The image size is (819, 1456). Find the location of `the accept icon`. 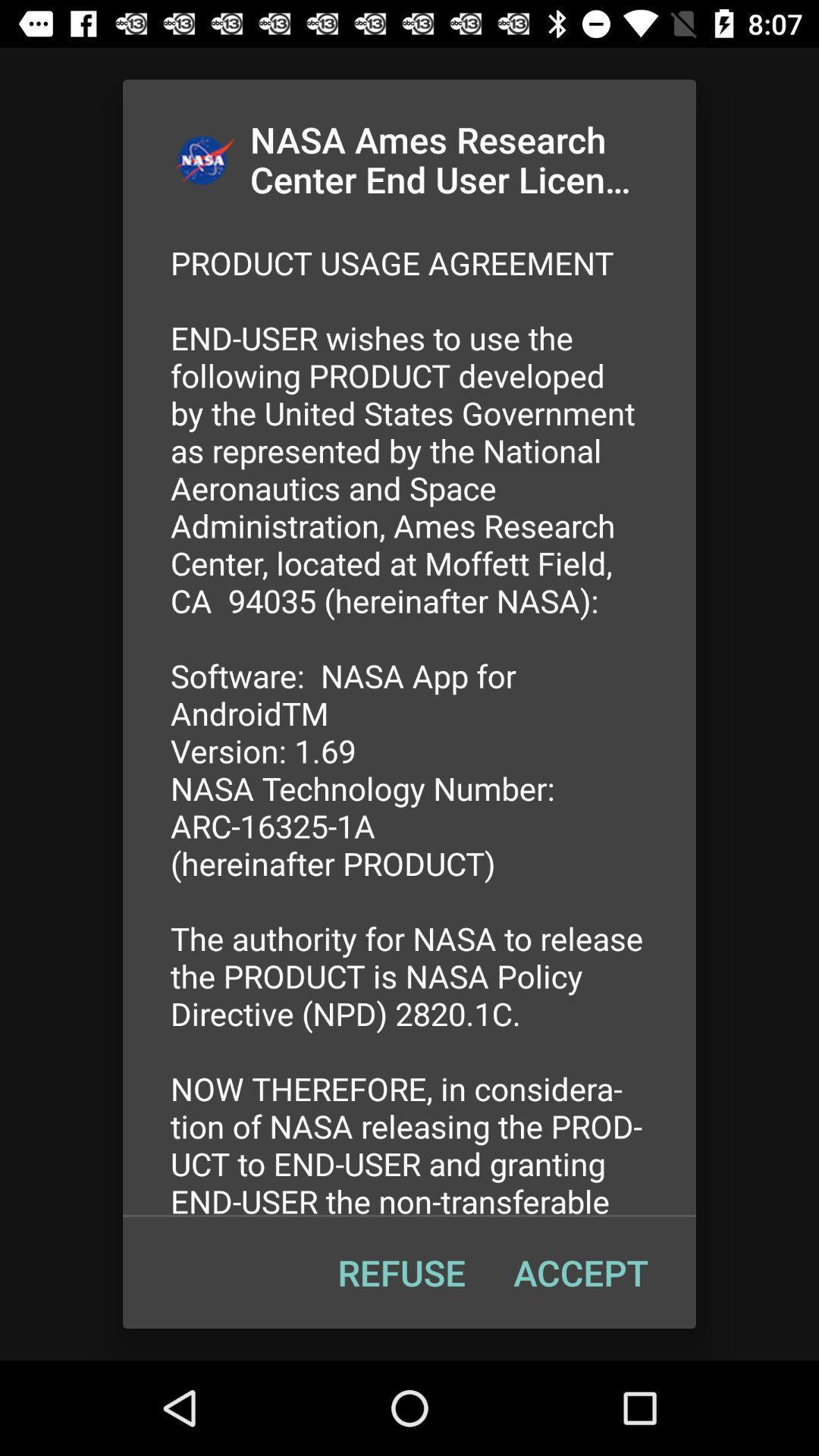

the accept icon is located at coordinates (580, 1272).